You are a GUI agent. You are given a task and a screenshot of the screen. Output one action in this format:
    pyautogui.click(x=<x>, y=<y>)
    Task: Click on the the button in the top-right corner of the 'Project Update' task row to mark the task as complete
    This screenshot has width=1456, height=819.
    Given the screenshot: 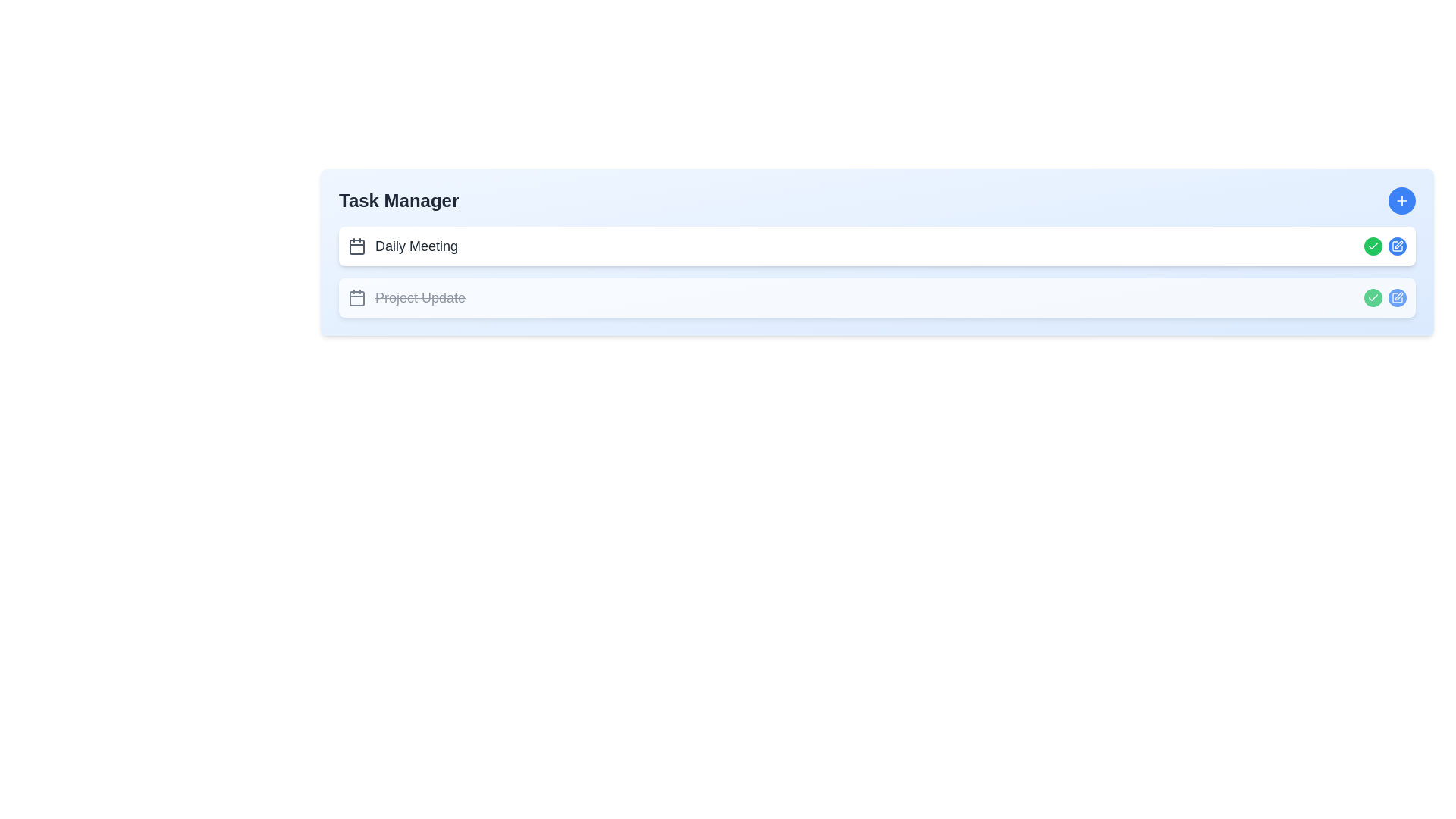 What is the action you would take?
    pyautogui.click(x=1373, y=245)
    